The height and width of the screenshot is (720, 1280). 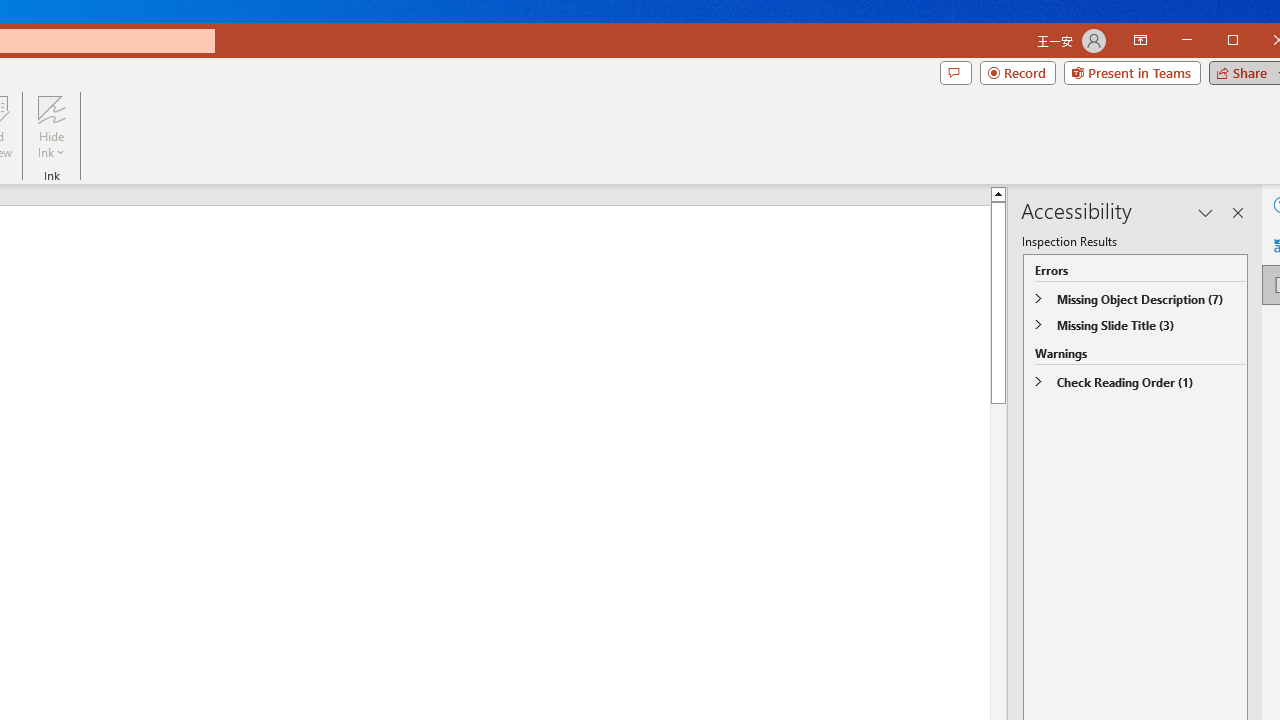 What do you see at coordinates (1238, 42) in the screenshot?
I see `'Minimize'` at bounding box center [1238, 42].